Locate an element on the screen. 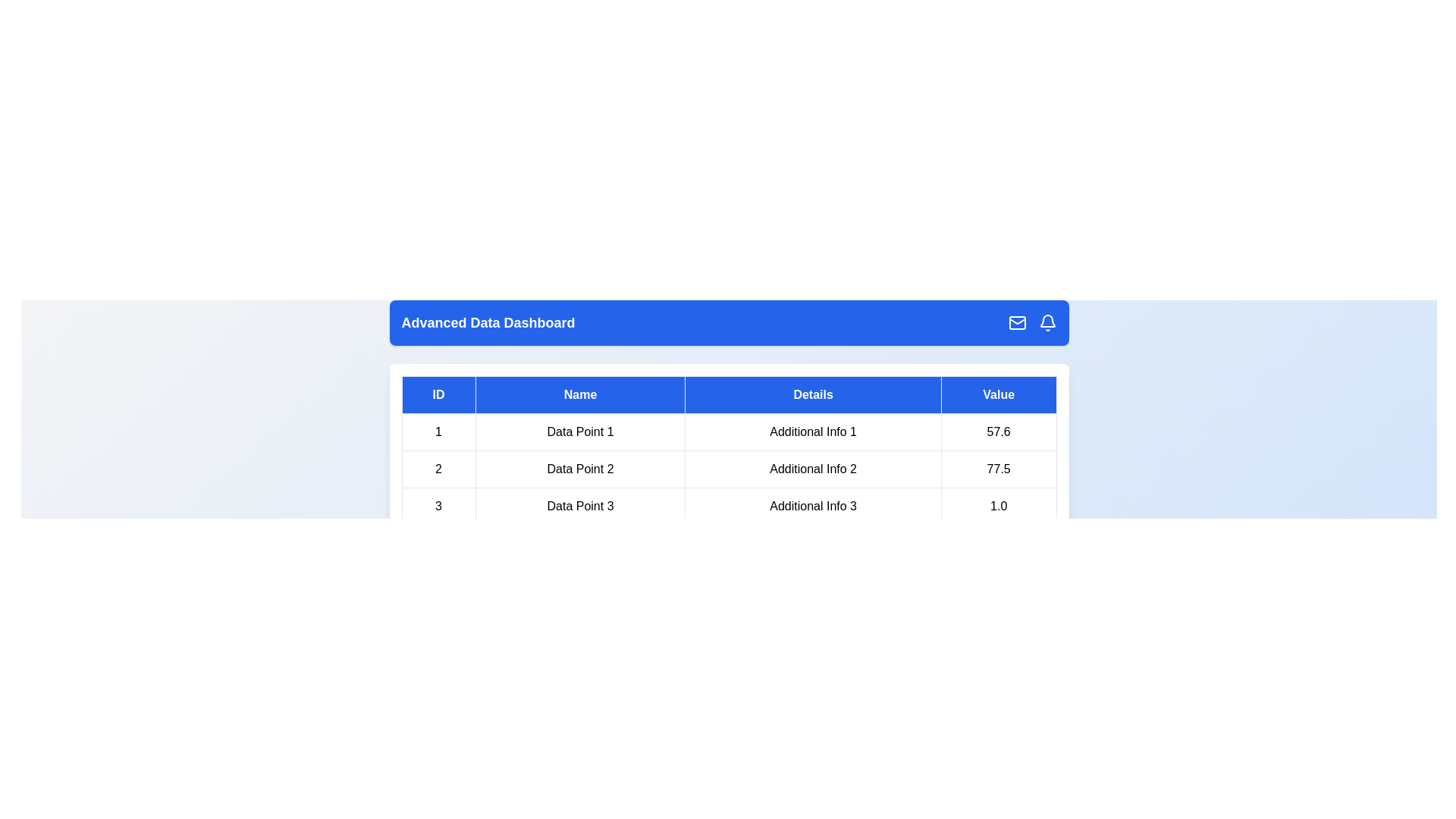 The image size is (1456, 819). the row corresponding to 3 by clicking on it is located at coordinates (729, 506).